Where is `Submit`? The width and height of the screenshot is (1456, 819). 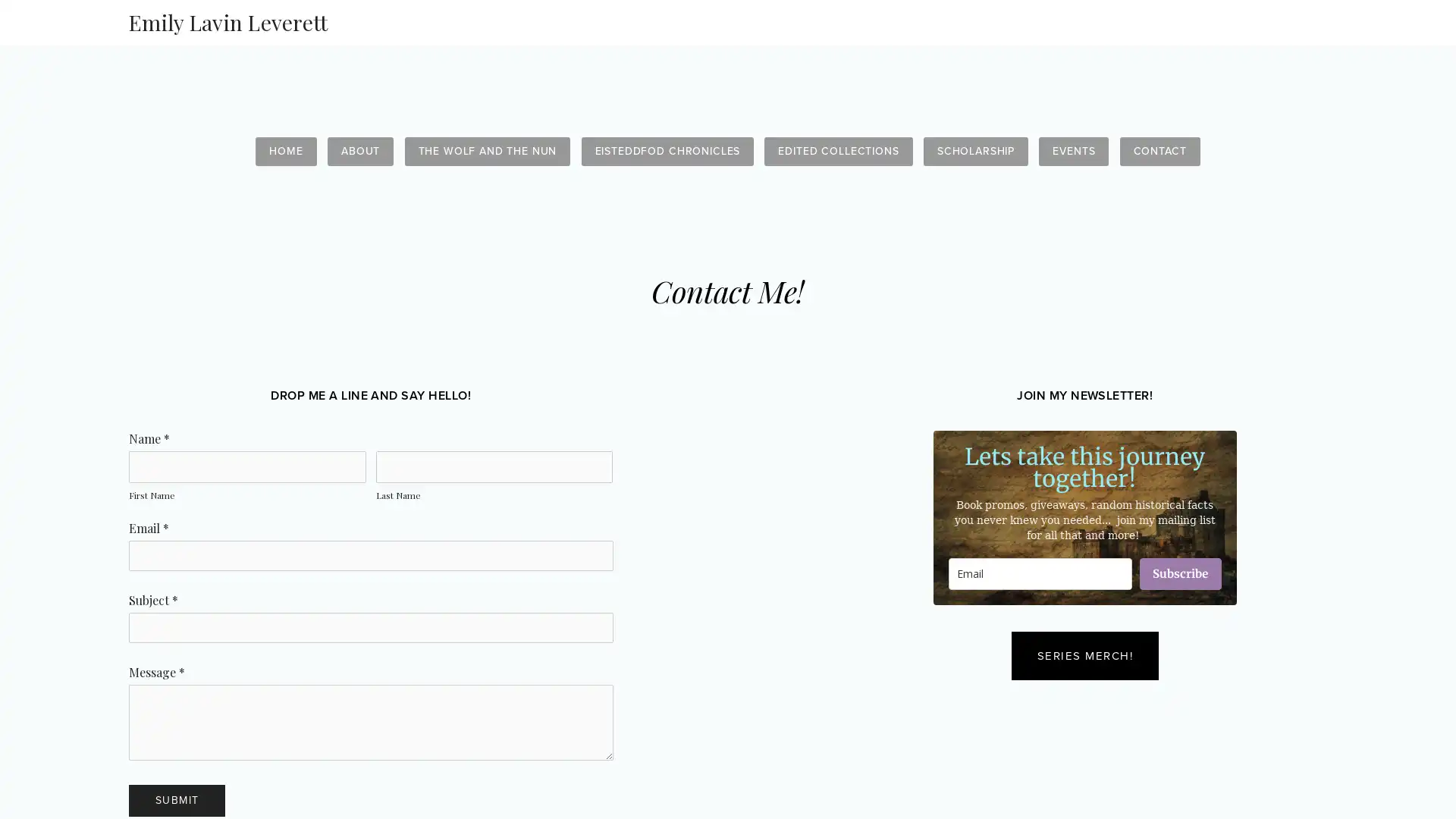
Submit is located at coordinates (177, 800).